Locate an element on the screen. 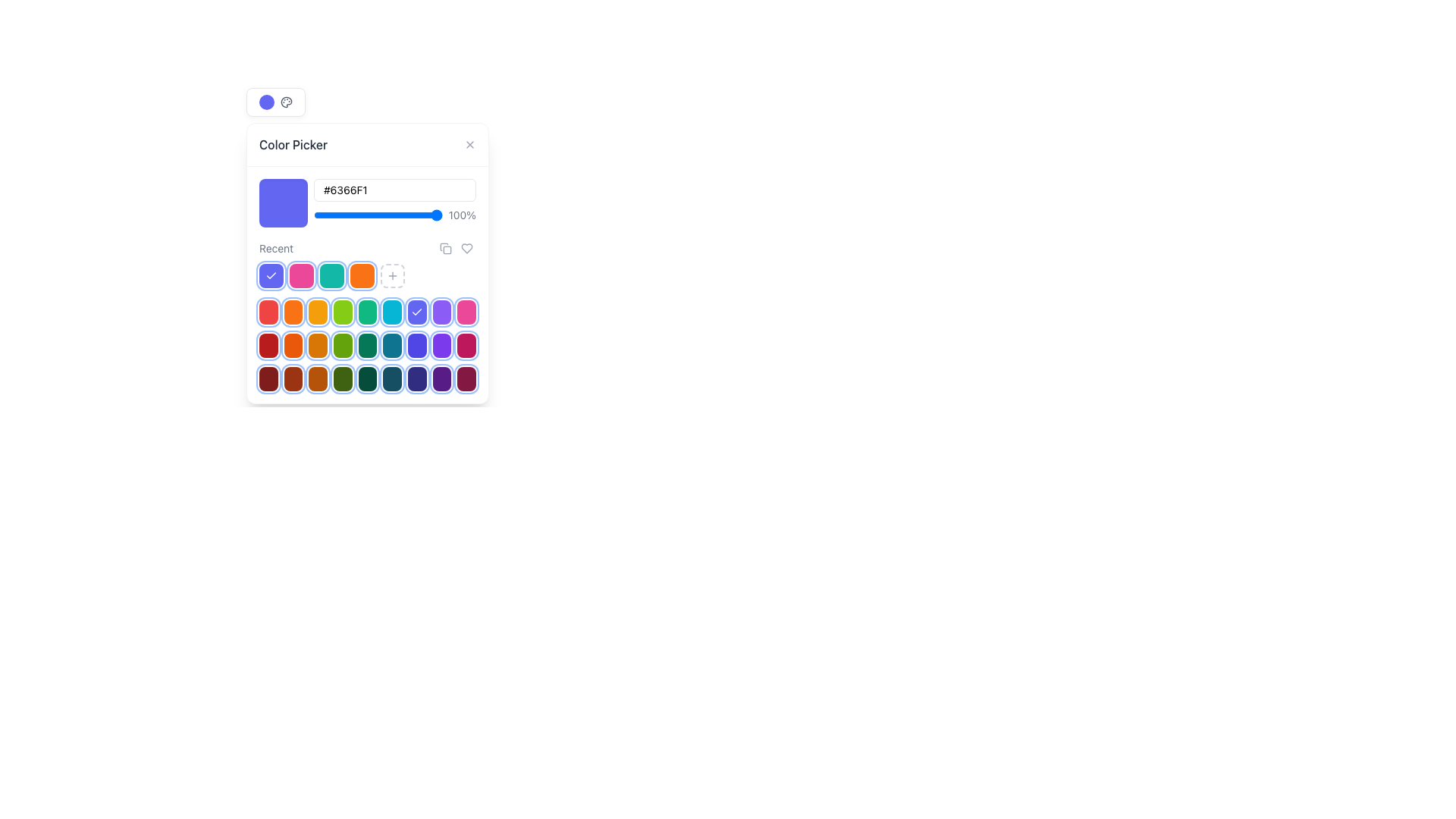 The image size is (1456, 819). the paint palette icon located in the upper-left area of the interface, which is part of a small toolbar section adjacent to a circular color preview icon is located at coordinates (286, 102).